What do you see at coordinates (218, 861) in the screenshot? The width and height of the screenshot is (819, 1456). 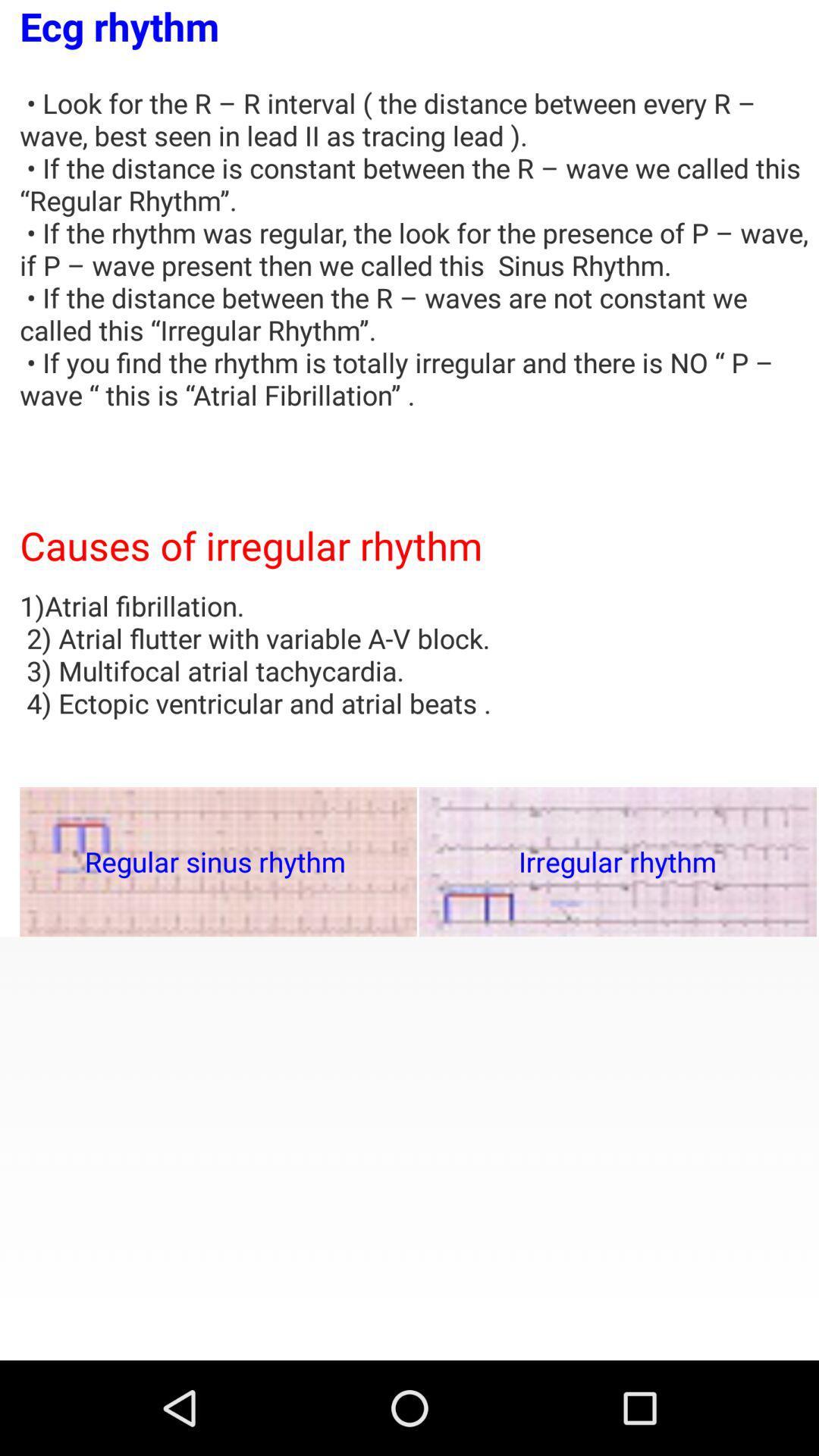 I see `item to the left of the irregular rhythm` at bounding box center [218, 861].